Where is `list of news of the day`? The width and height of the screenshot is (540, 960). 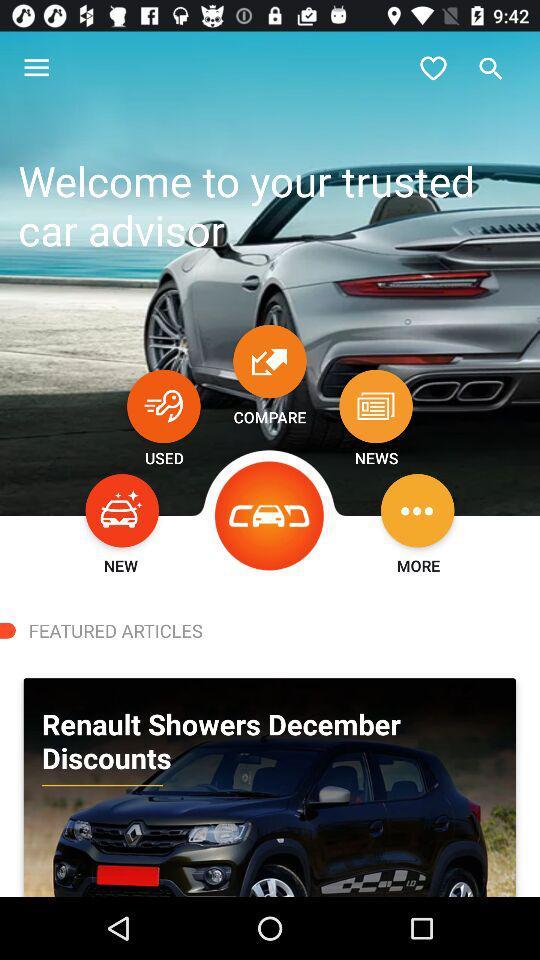 list of news of the day is located at coordinates (376, 405).